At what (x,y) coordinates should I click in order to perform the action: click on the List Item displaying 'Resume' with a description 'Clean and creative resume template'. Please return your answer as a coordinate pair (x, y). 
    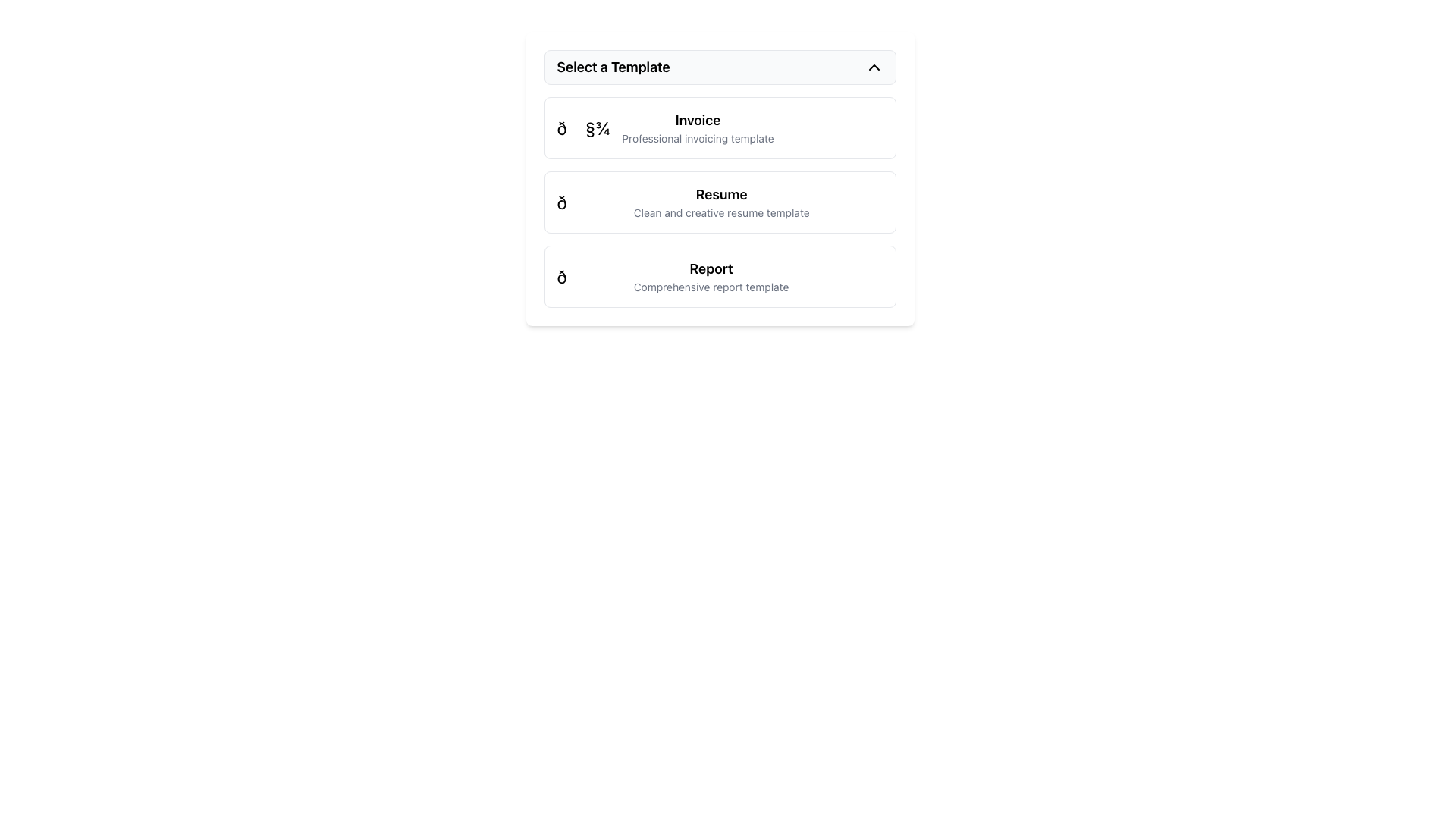
    Looking at the image, I should click on (682, 201).